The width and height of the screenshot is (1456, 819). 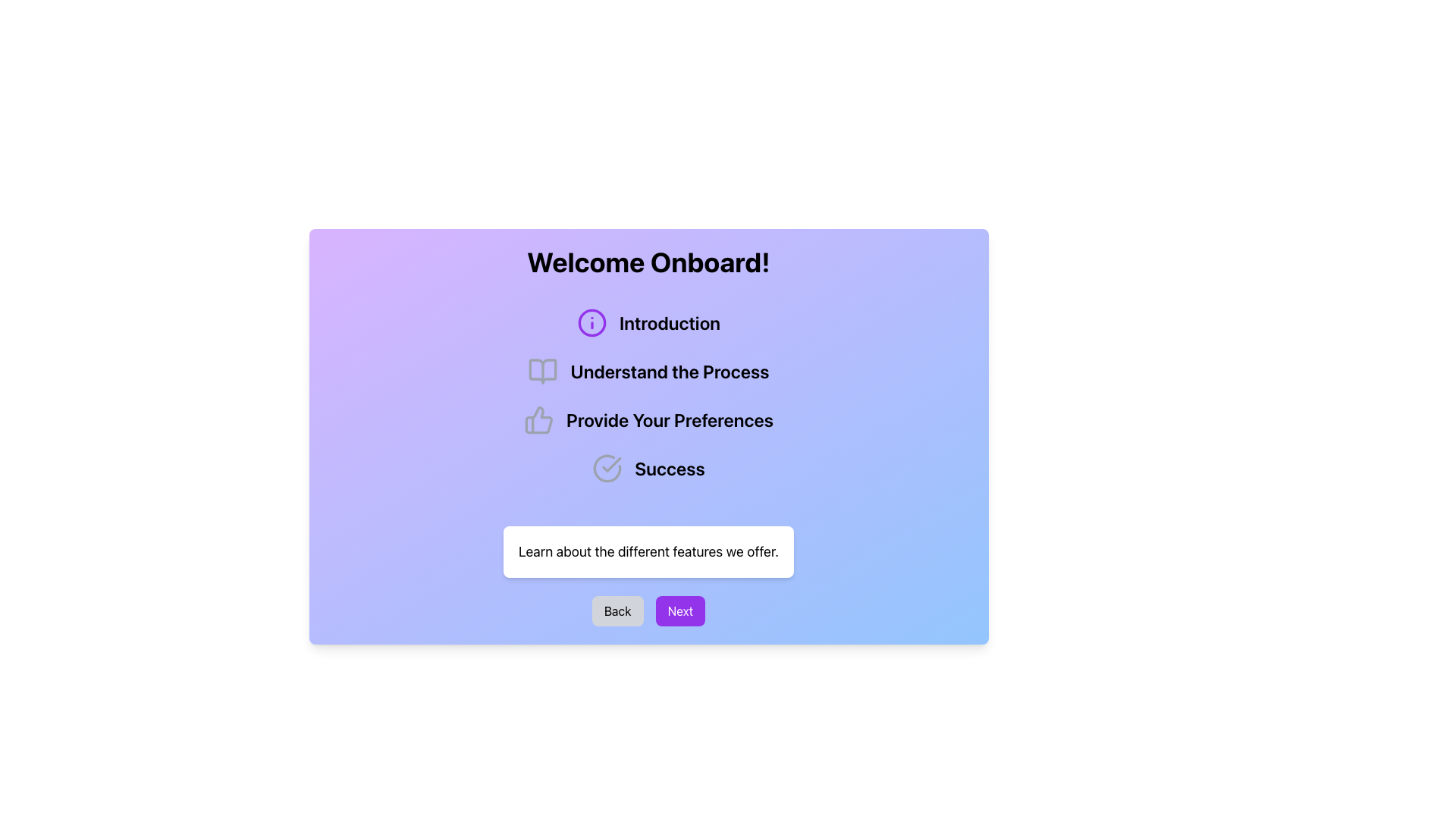 What do you see at coordinates (591, 322) in the screenshot?
I see `the circular icon containing an 'i' character with a purple outline, located to the left of the text 'Introduction' in the uppermost section of the list` at bounding box center [591, 322].